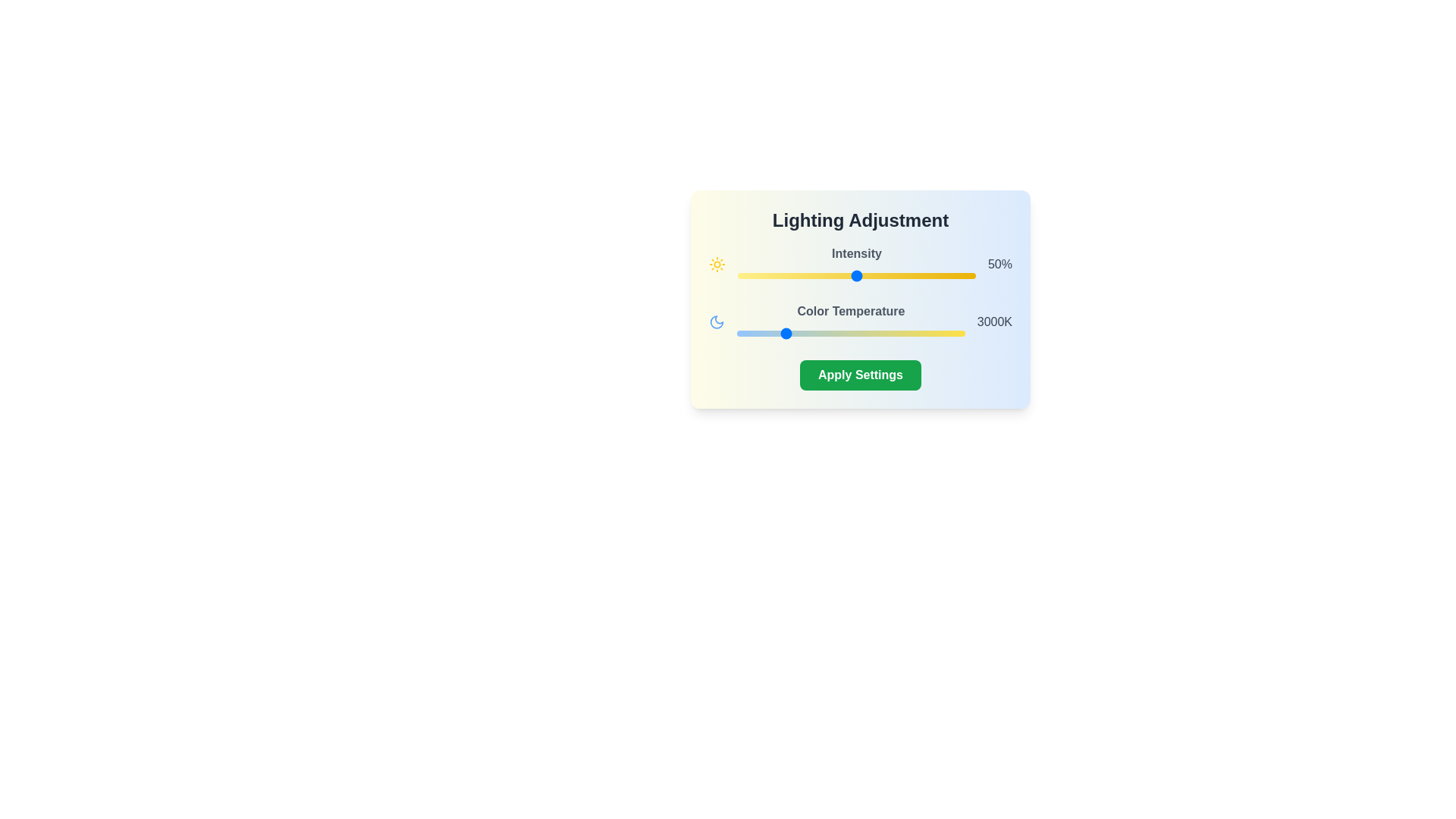 The image size is (1456, 819). What do you see at coordinates (794, 332) in the screenshot?
I see `the color temperature slider to set it to 3279 Kelvin` at bounding box center [794, 332].